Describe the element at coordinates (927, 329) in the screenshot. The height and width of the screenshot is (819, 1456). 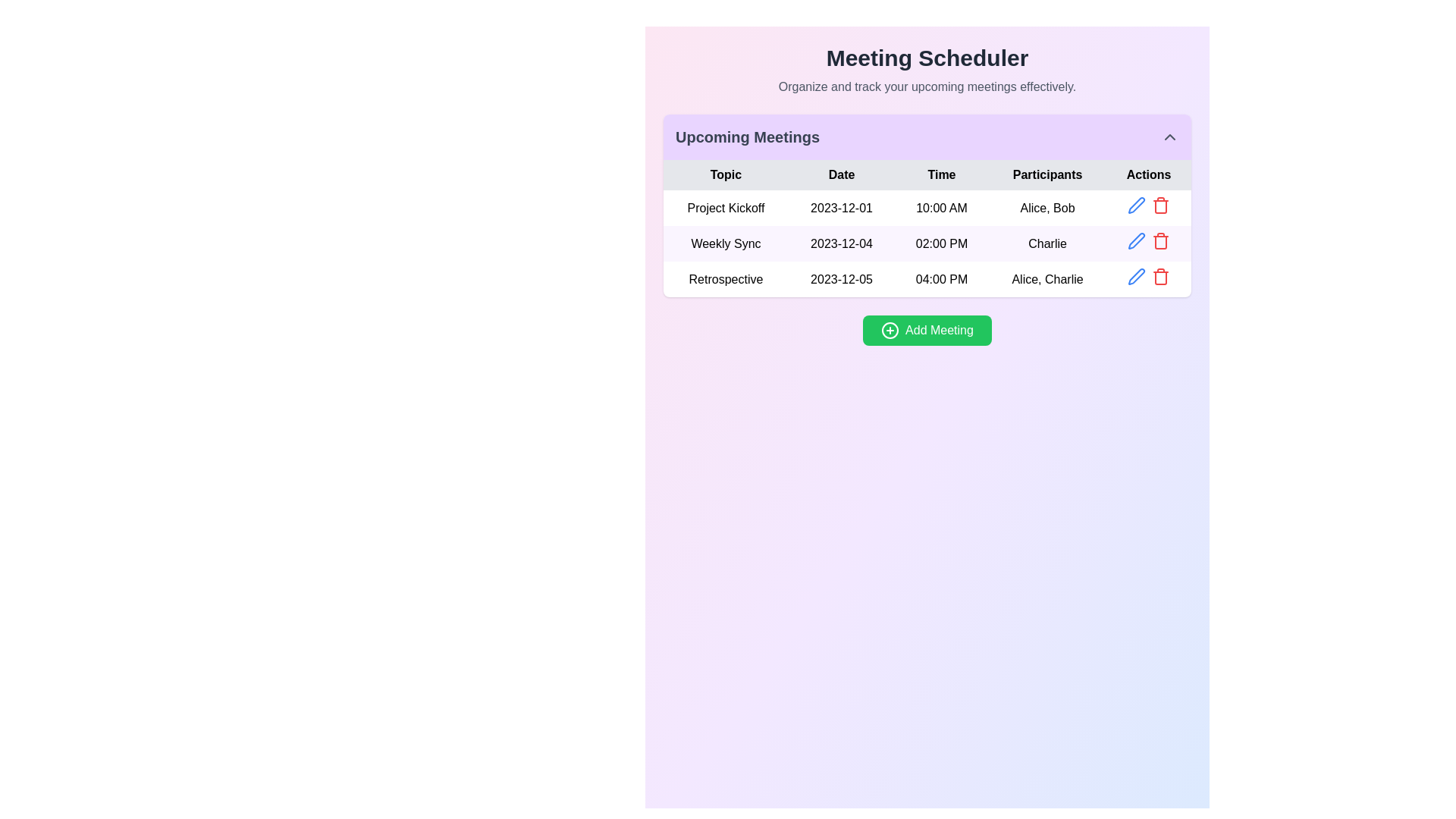
I see `the green 'Add Meeting' button with rounded edges located at the bottom of the 'Meeting Scheduler' interface` at that location.